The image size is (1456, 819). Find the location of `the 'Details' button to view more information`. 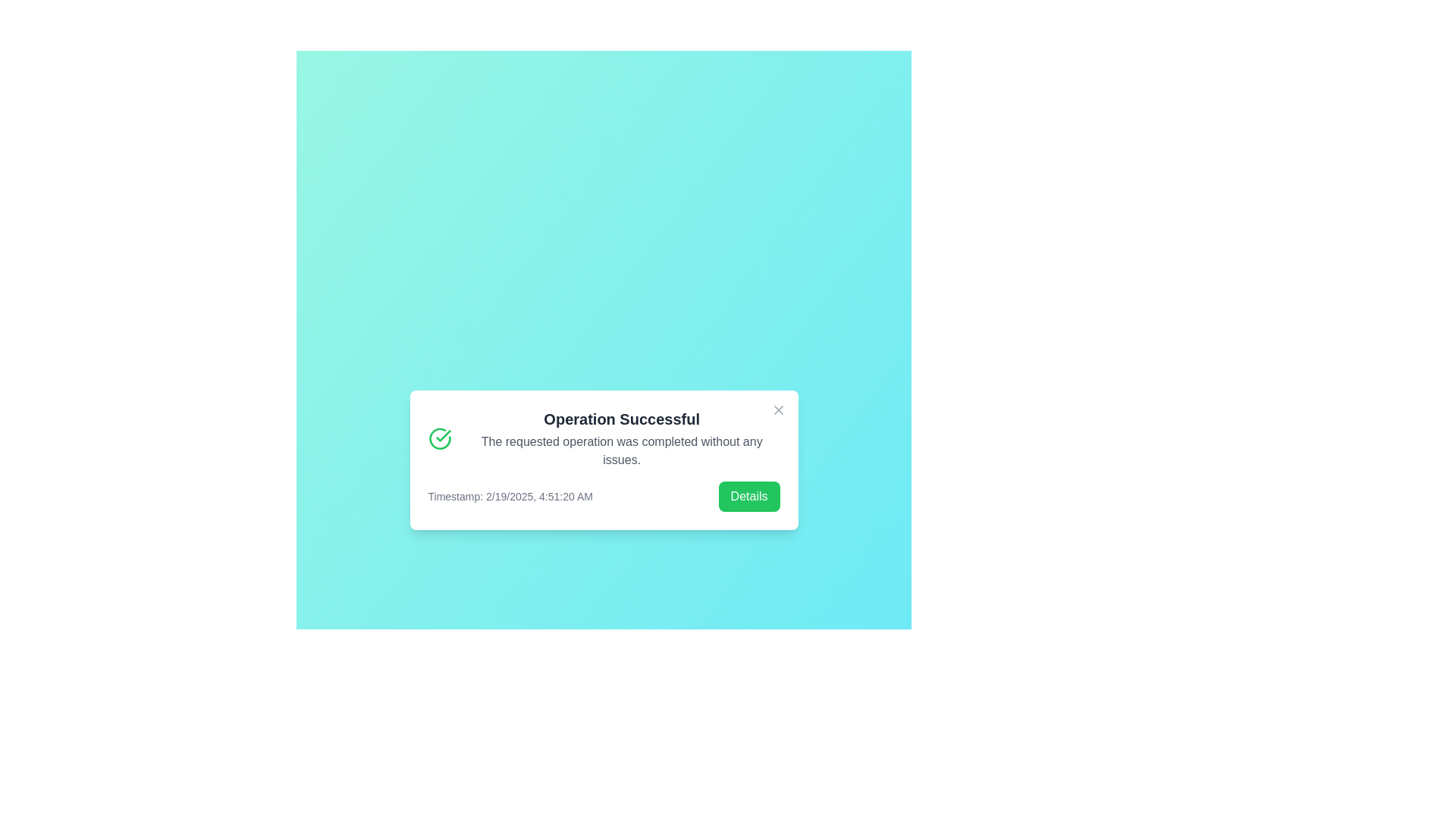

the 'Details' button to view more information is located at coordinates (749, 497).